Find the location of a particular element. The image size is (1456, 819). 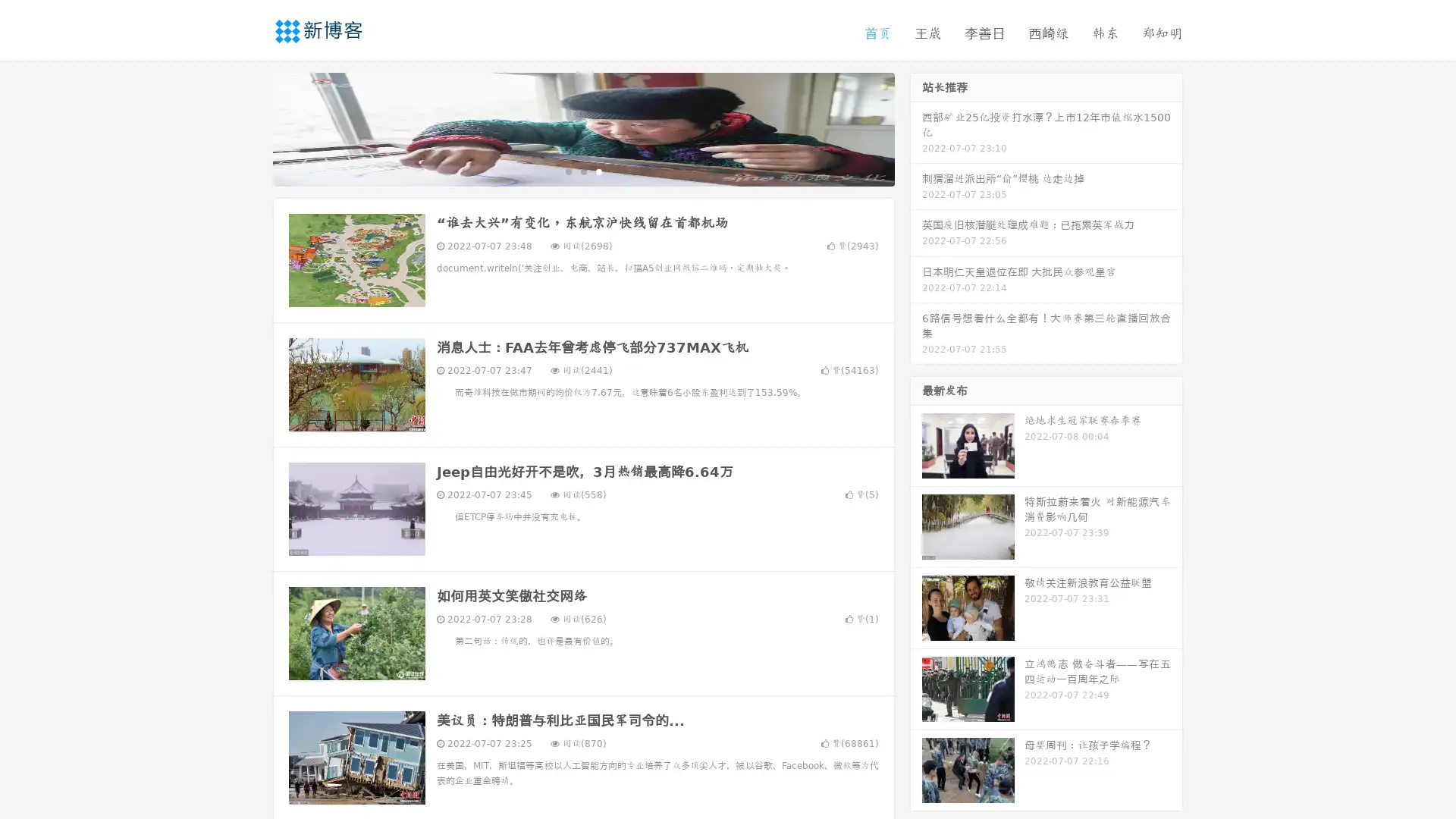

Go to slide 1 is located at coordinates (567, 171).